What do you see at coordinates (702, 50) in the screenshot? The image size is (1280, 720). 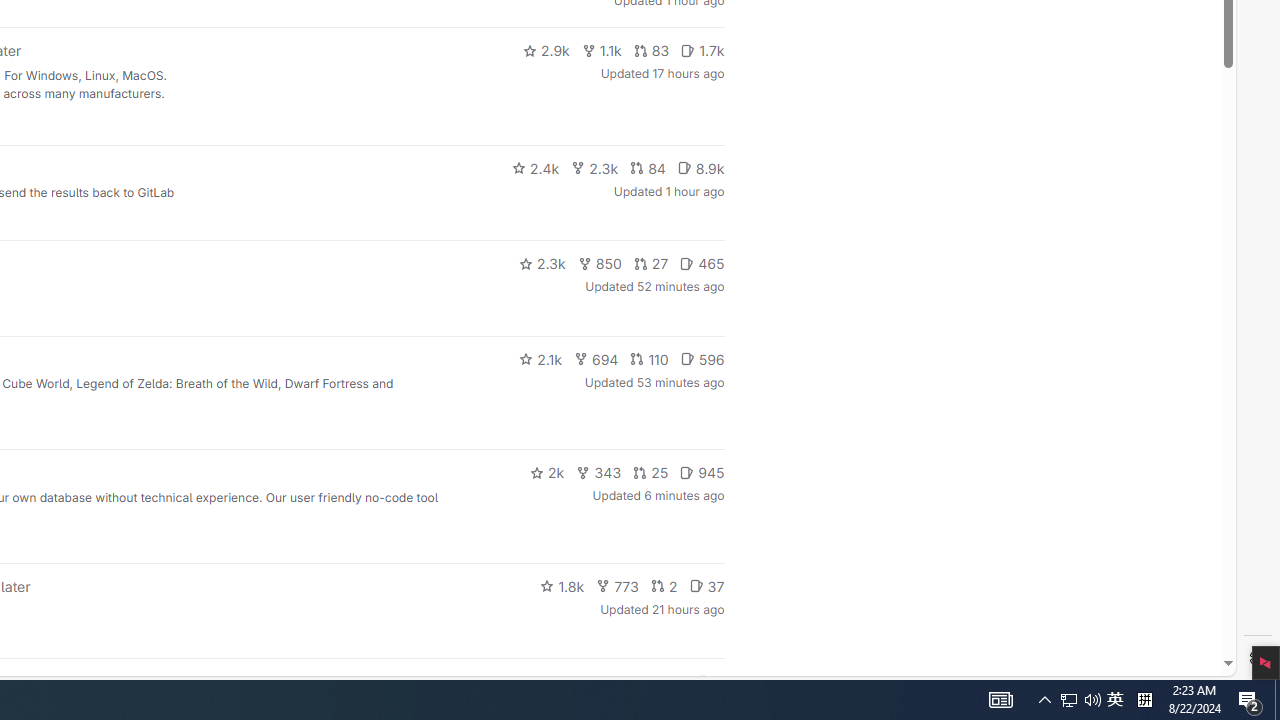 I see `'1.7k'` at bounding box center [702, 50].